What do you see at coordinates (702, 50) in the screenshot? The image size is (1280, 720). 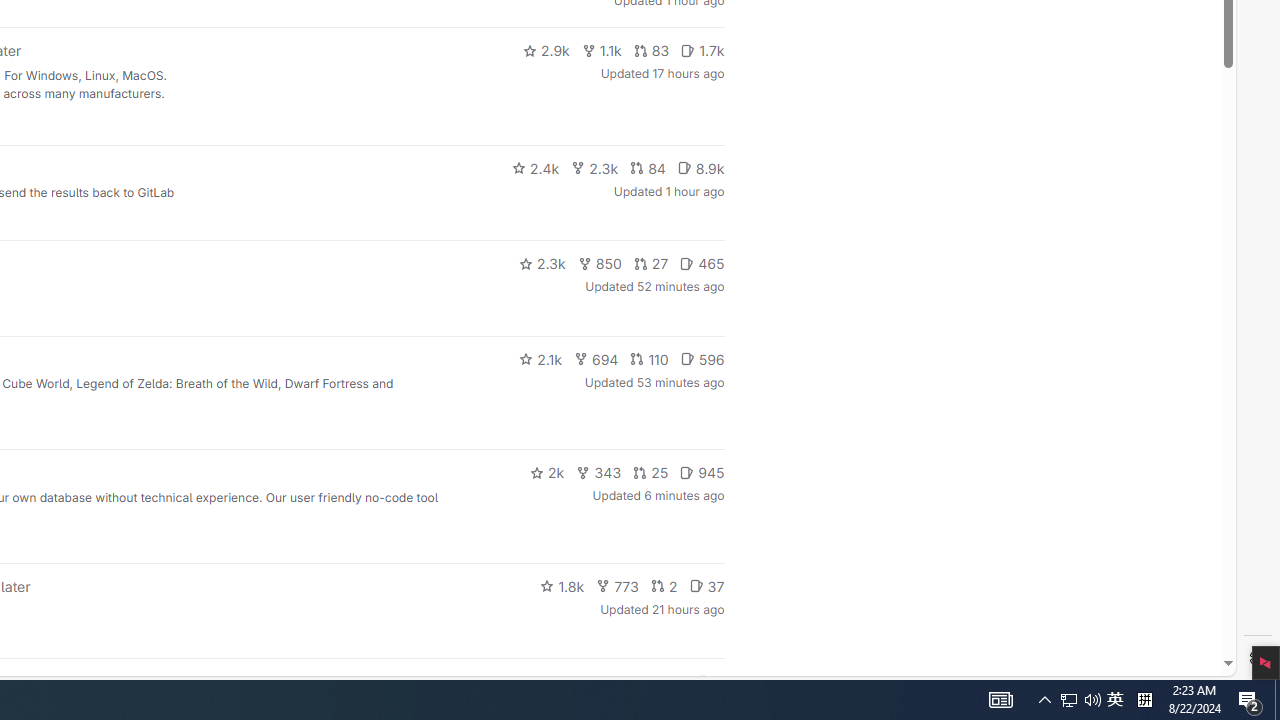 I see `'1.7k'` at bounding box center [702, 50].